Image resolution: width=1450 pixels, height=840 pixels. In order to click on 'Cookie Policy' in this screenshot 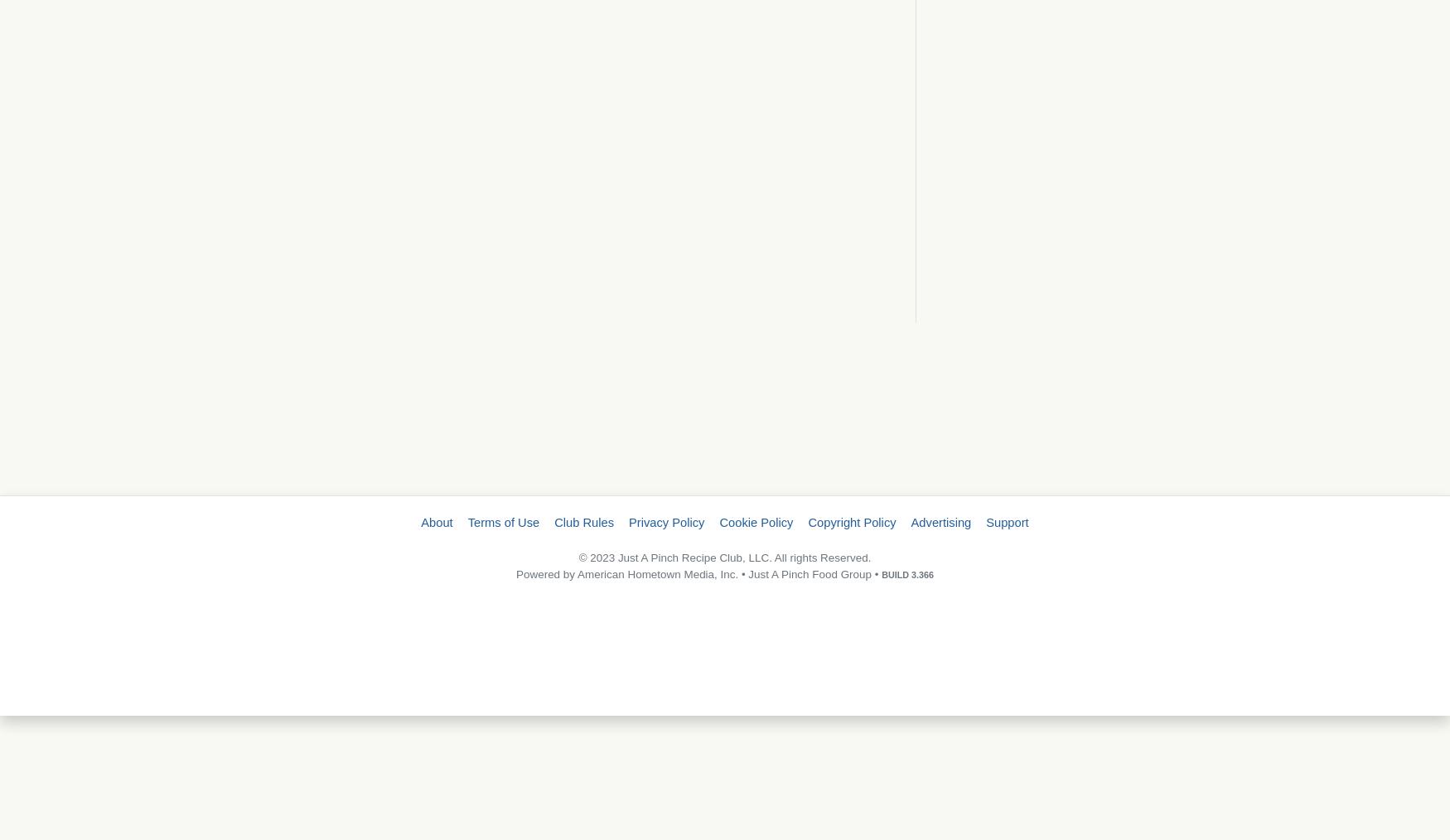, I will do `click(755, 523)`.